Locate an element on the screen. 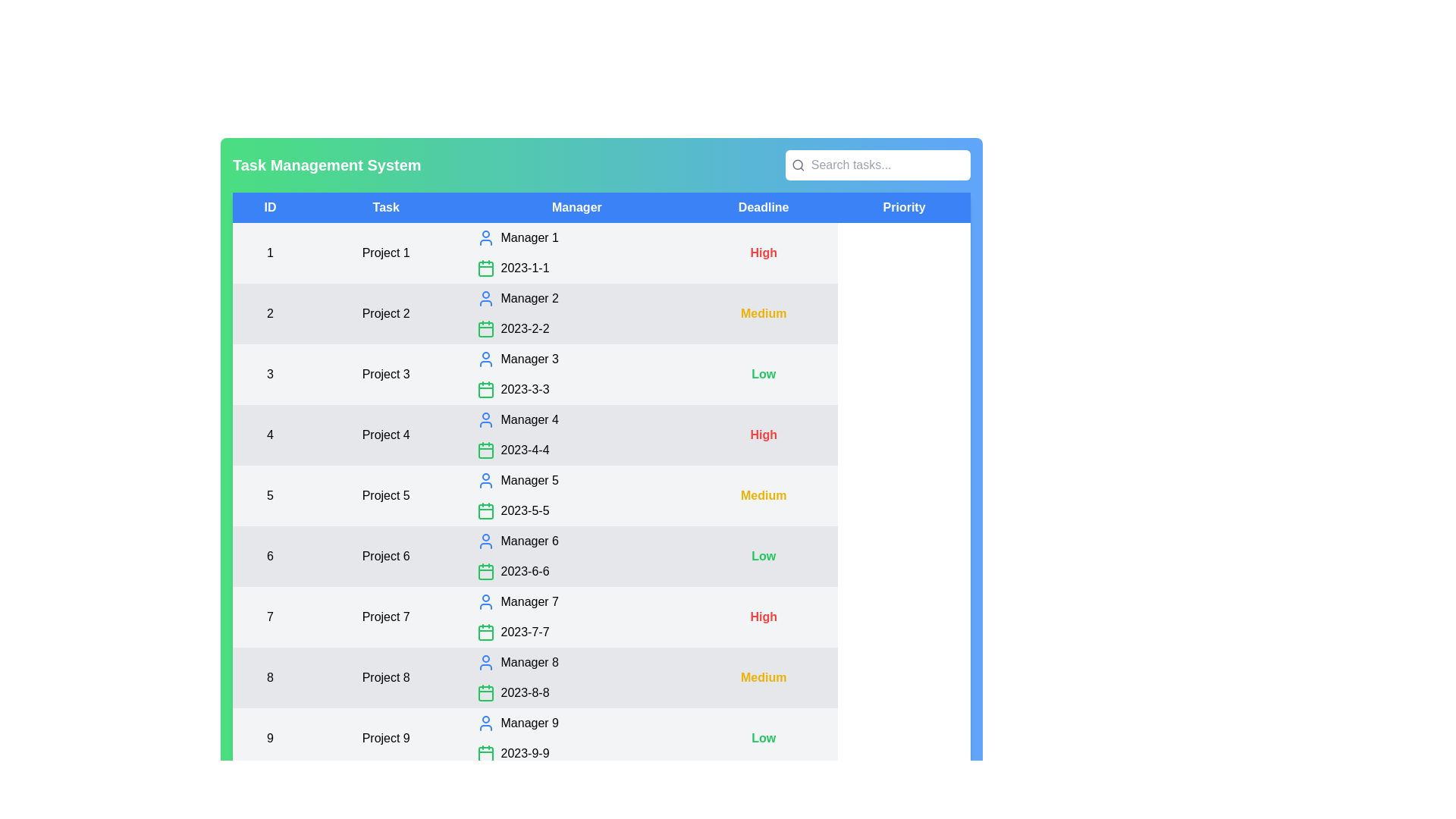  the column header ID to sort or filter the tasks is located at coordinates (269, 207).